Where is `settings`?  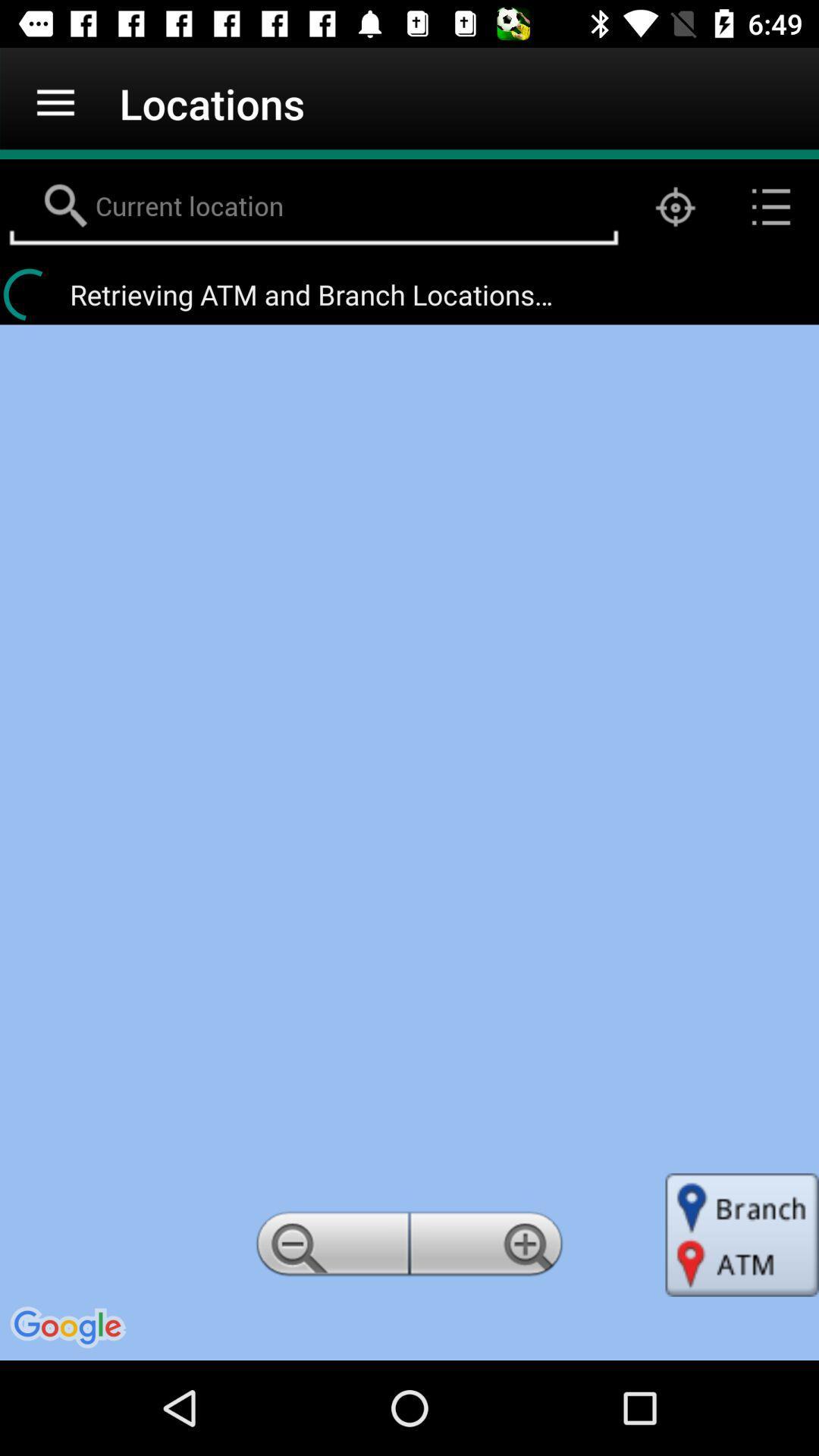
settings is located at coordinates (488, 1248).